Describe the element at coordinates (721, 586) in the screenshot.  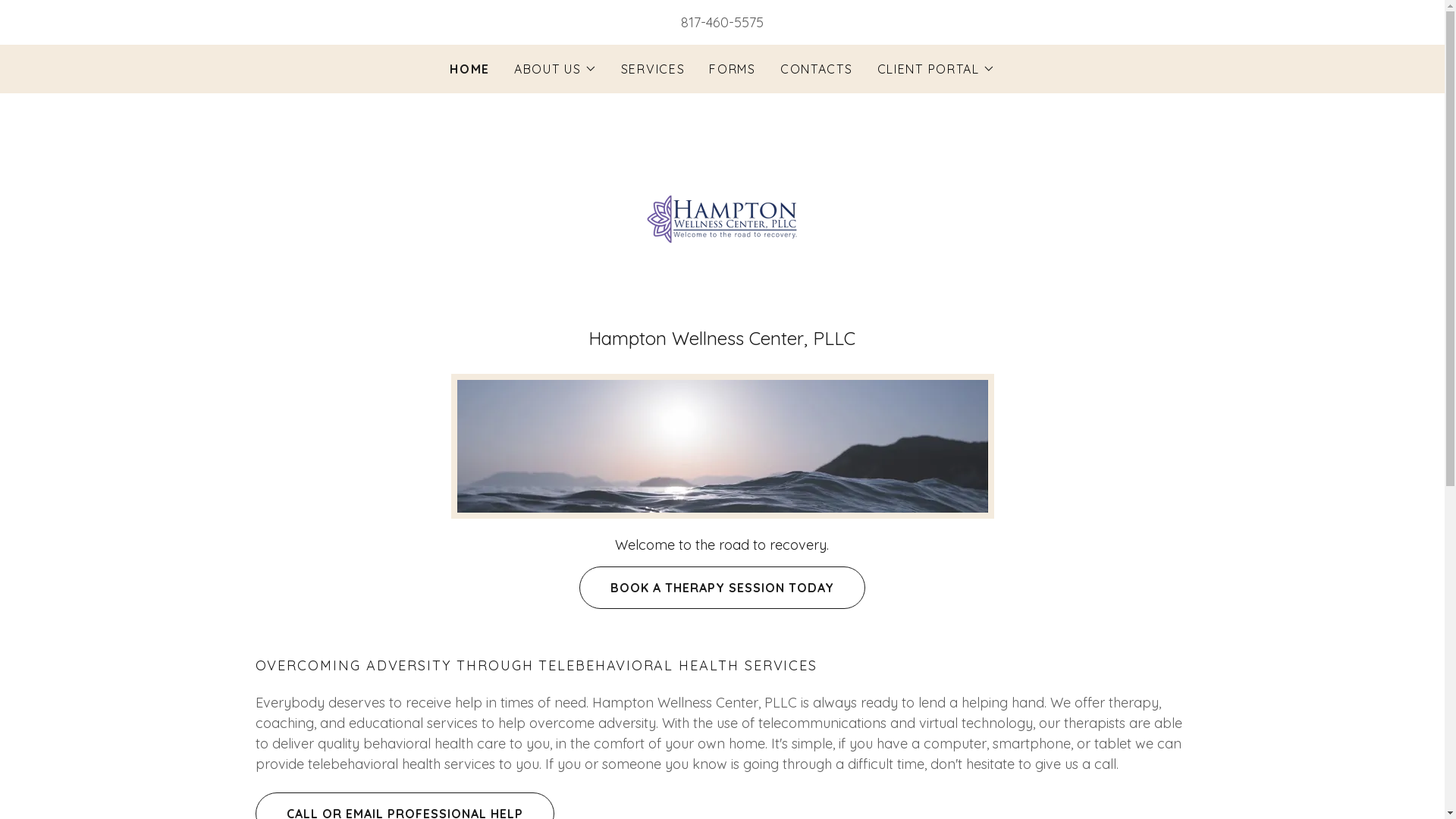
I see `'BOOK A THERAPY SESSION TODAY'` at that location.